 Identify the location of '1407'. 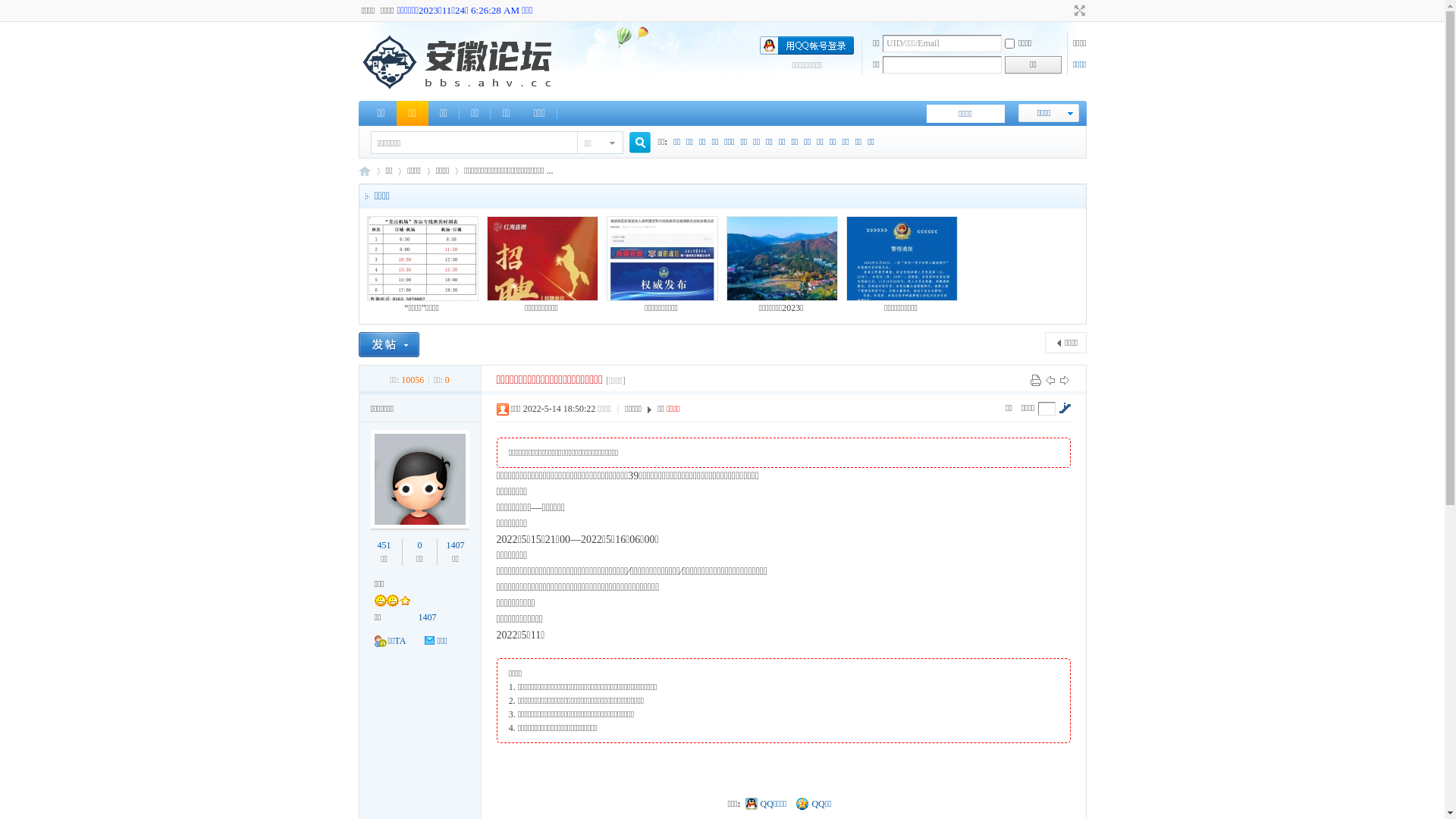
(426, 617).